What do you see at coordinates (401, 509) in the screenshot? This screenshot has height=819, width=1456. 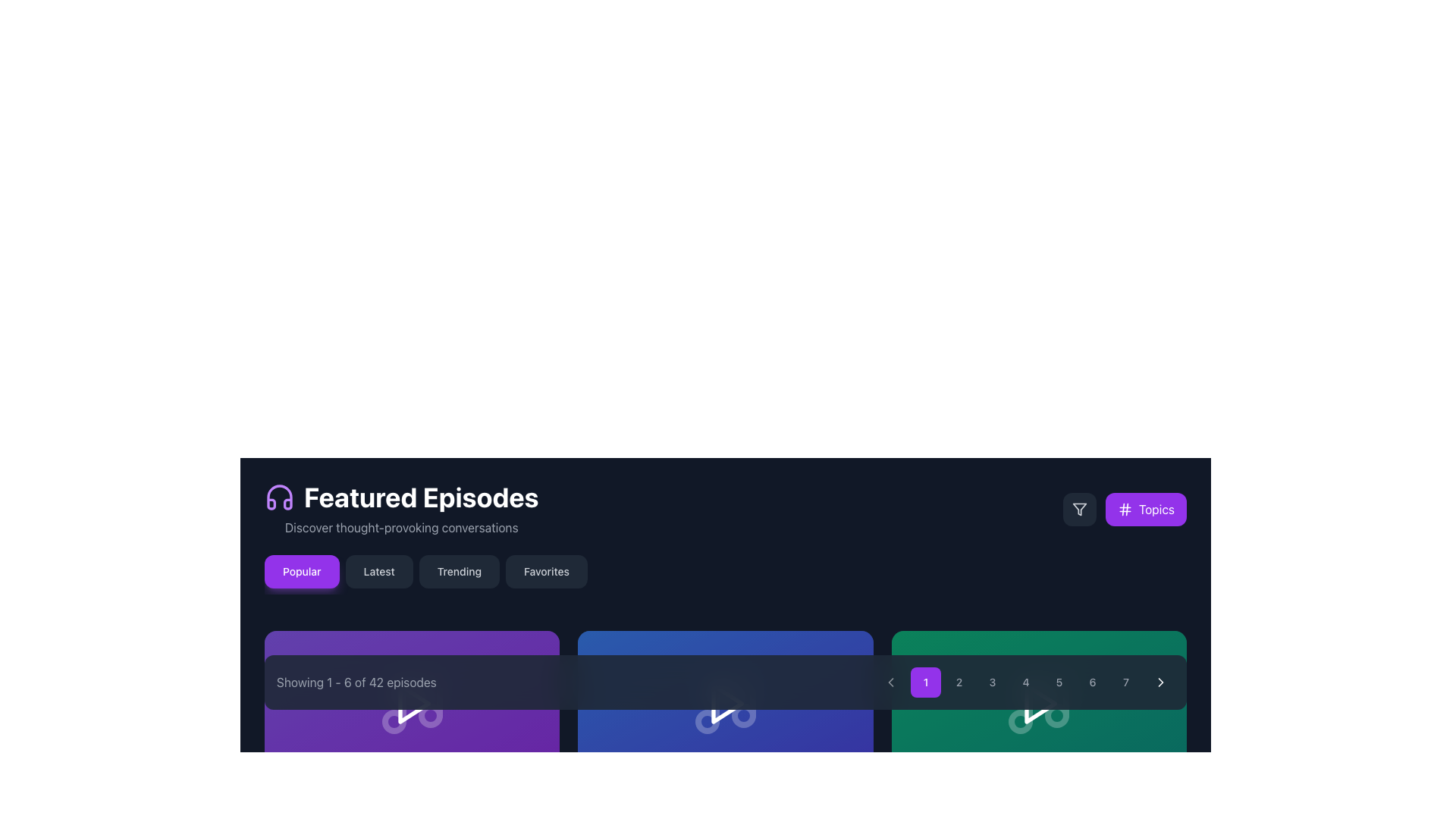 I see `the text header 'Featured Episodes' which is accompanied by a headphones icon` at bounding box center [401, 509].